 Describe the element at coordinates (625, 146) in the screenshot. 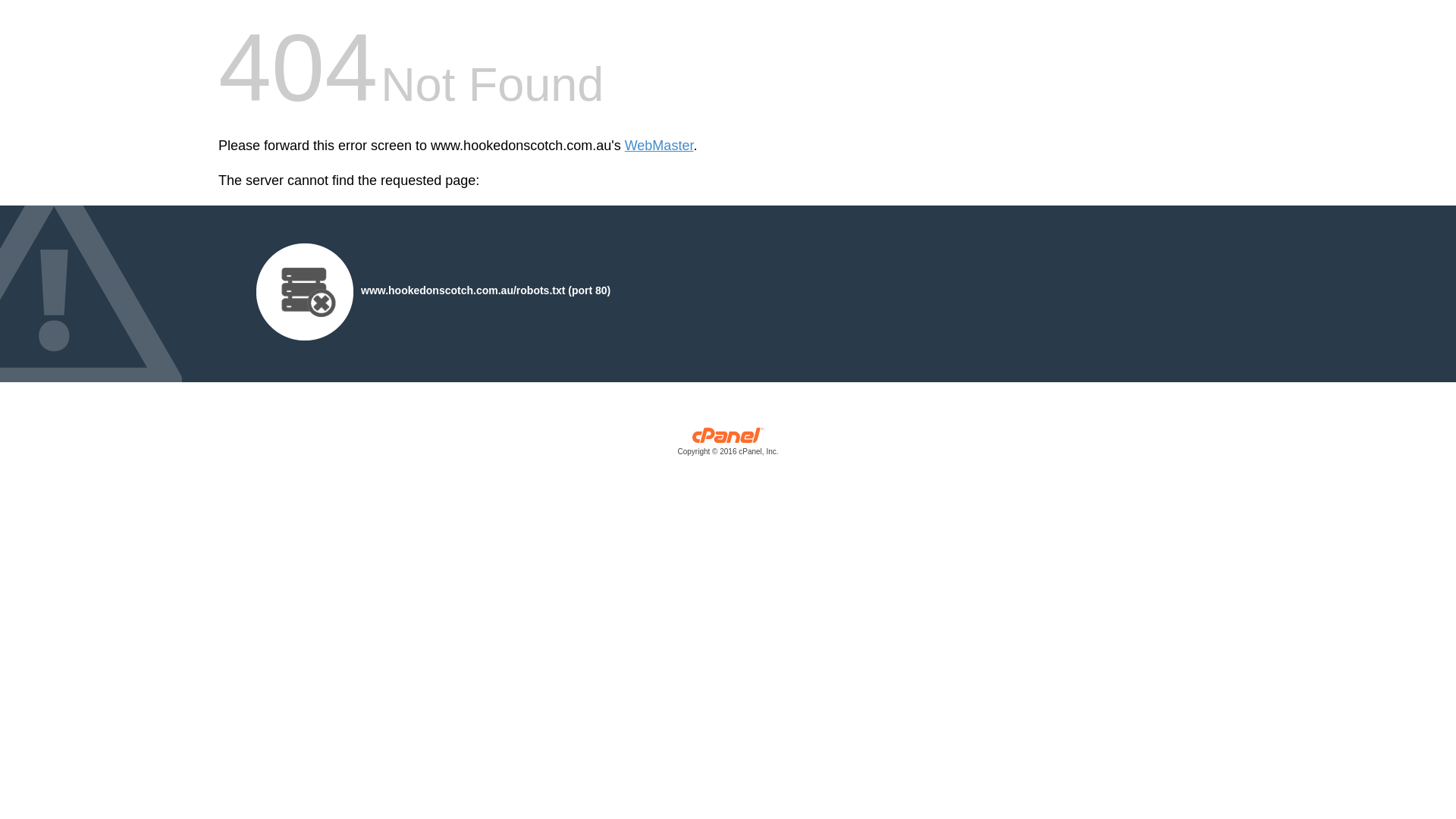

I see `'WebMaster'` at that location.